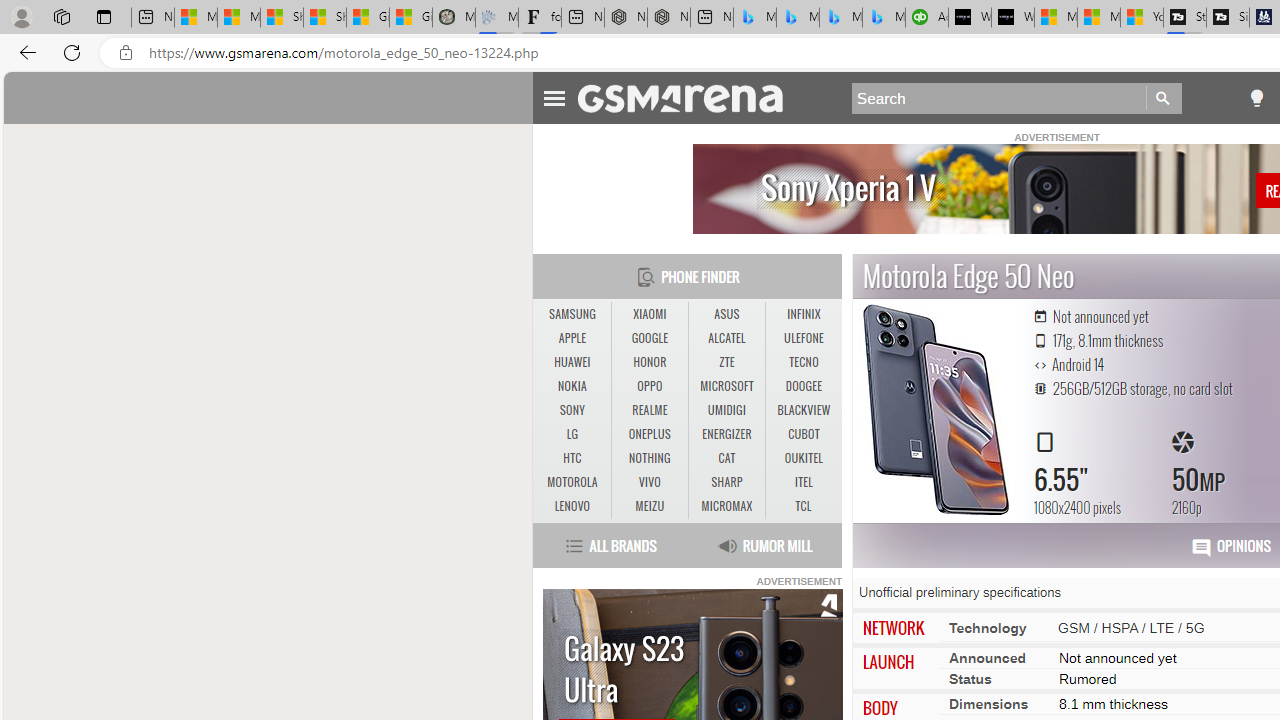 The width and height of the screenshot is (1280, 720). What do you see at coordinates (803, 505) in the screenshot?
I see `'TCL'` at bounding box center [803, 505].